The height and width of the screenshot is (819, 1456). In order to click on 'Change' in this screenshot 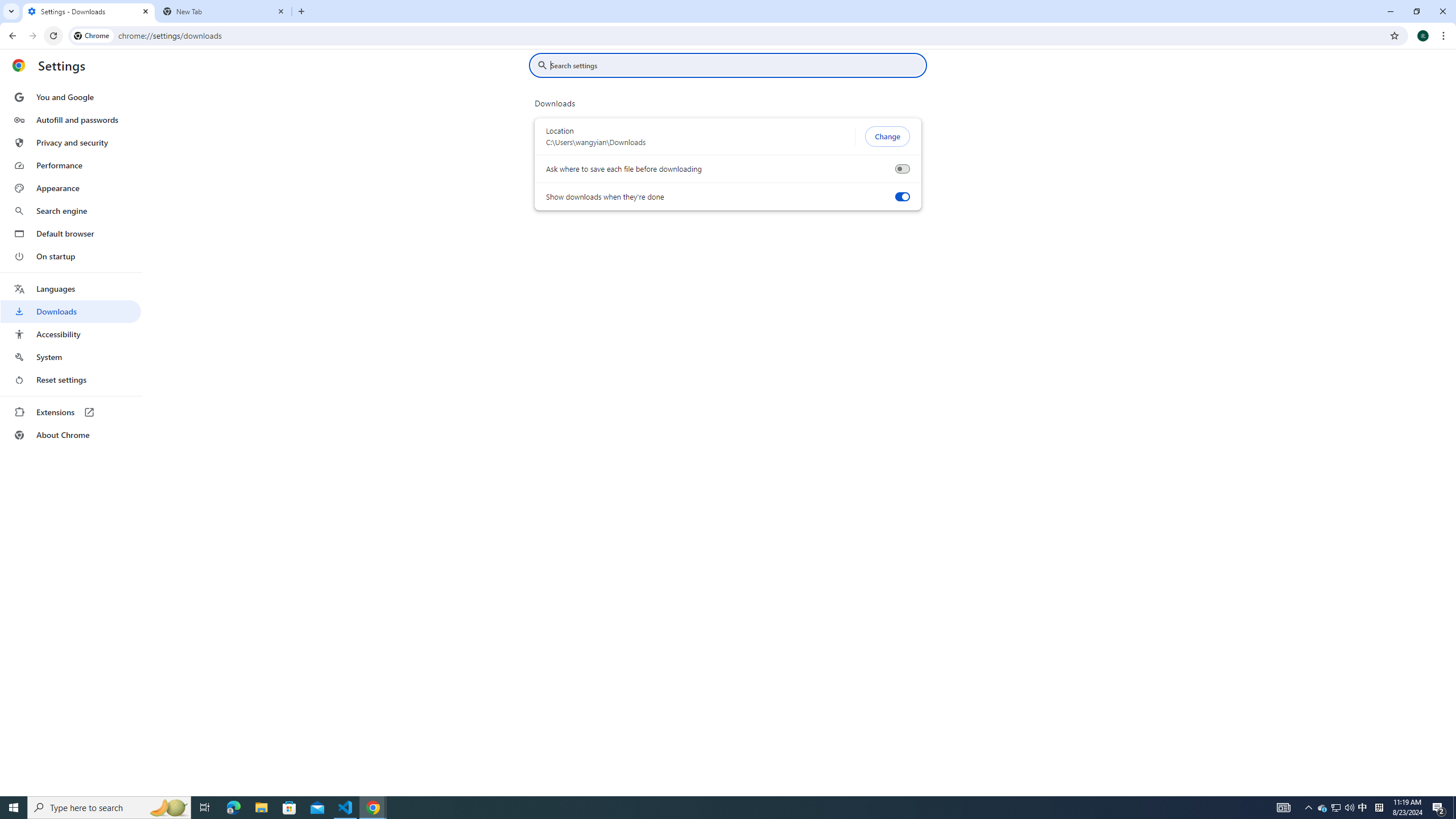, I will do `click(887, 136)`.